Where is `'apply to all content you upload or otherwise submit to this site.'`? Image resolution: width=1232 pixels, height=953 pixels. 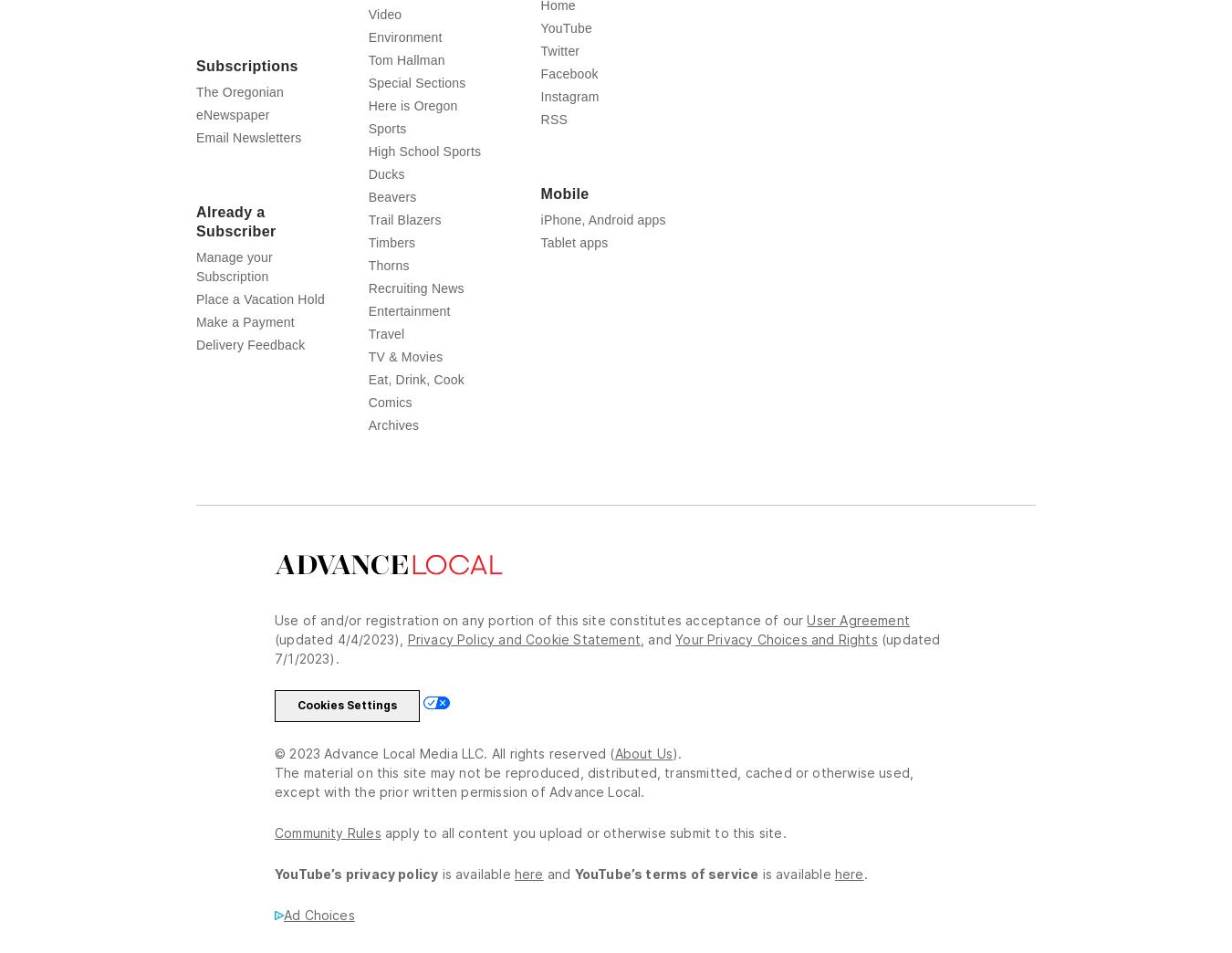
'apply to all content you upload or otherwise submit to this site.' is located at coordinates (384, 867).